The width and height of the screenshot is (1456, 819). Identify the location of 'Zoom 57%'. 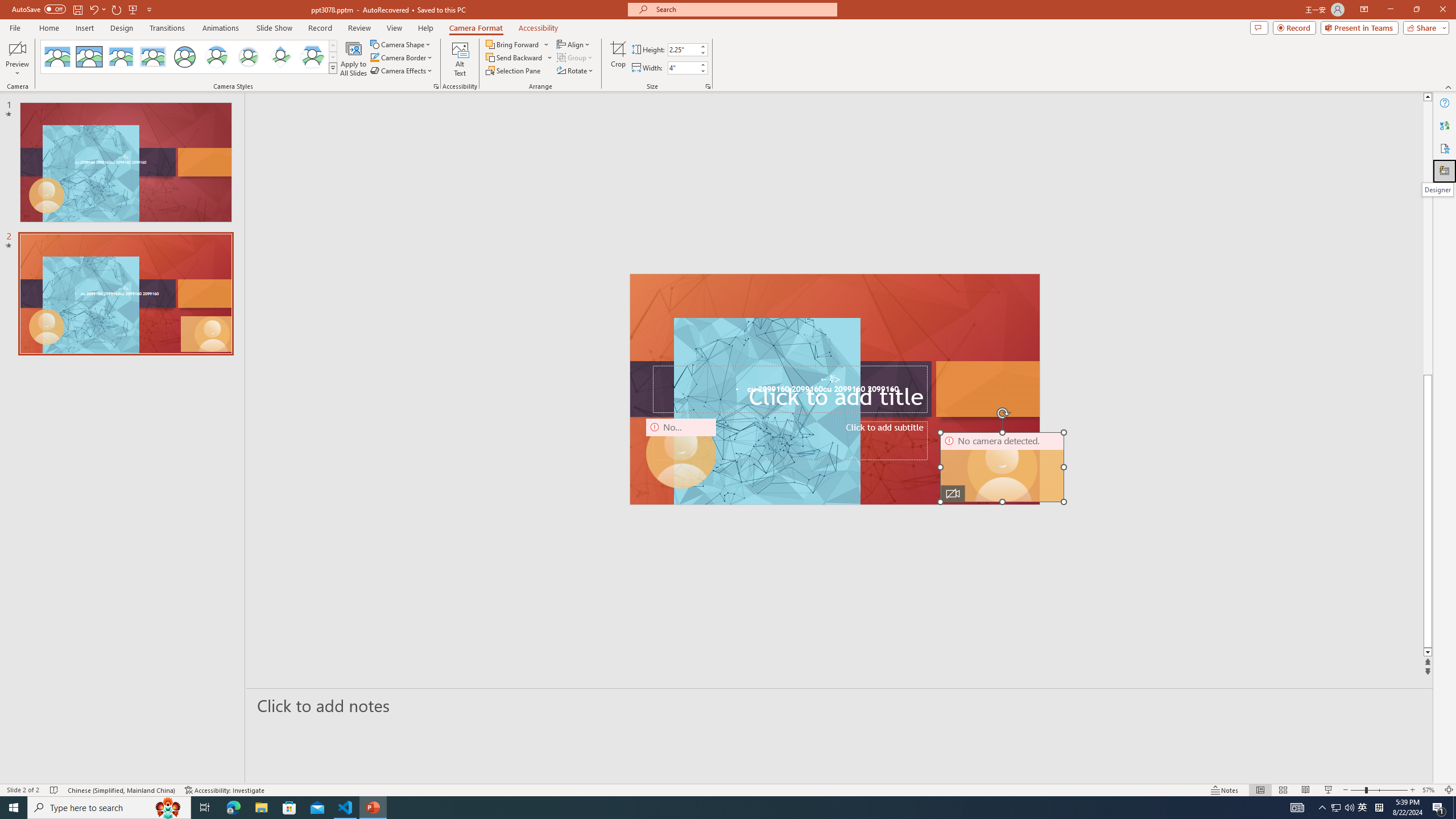
(1430, 790).